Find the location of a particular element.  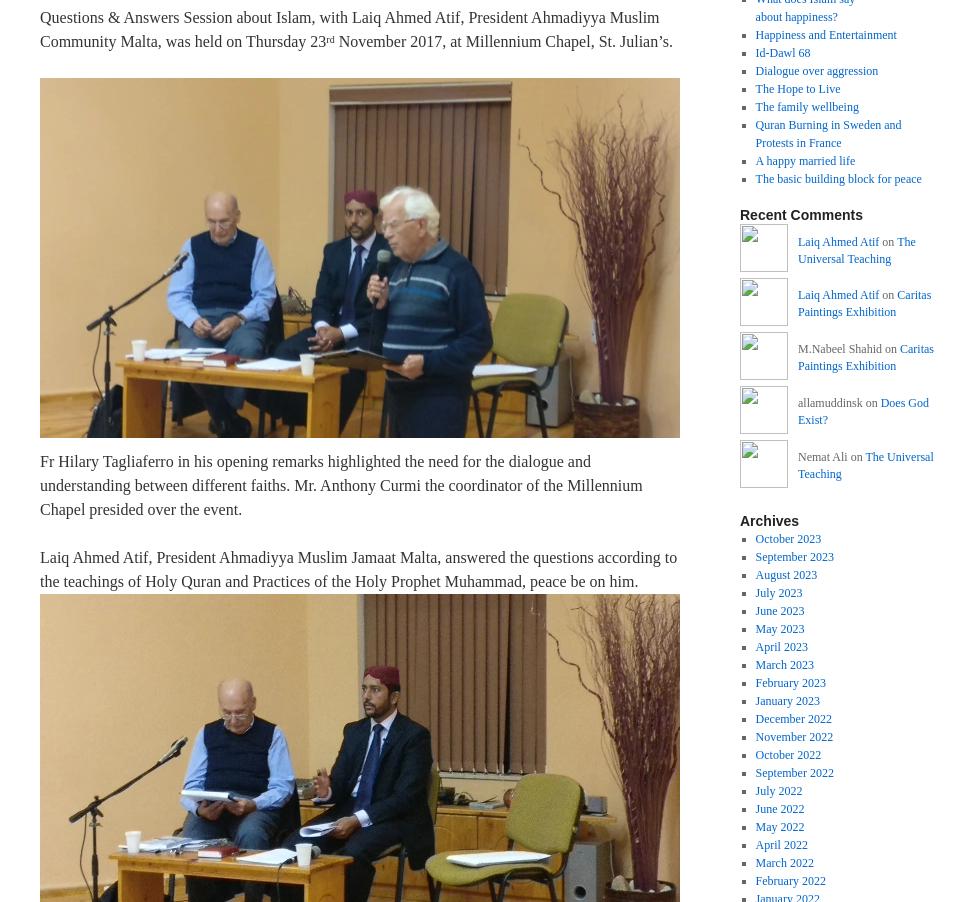

'March 2023' is located at coordinates (754, 662).